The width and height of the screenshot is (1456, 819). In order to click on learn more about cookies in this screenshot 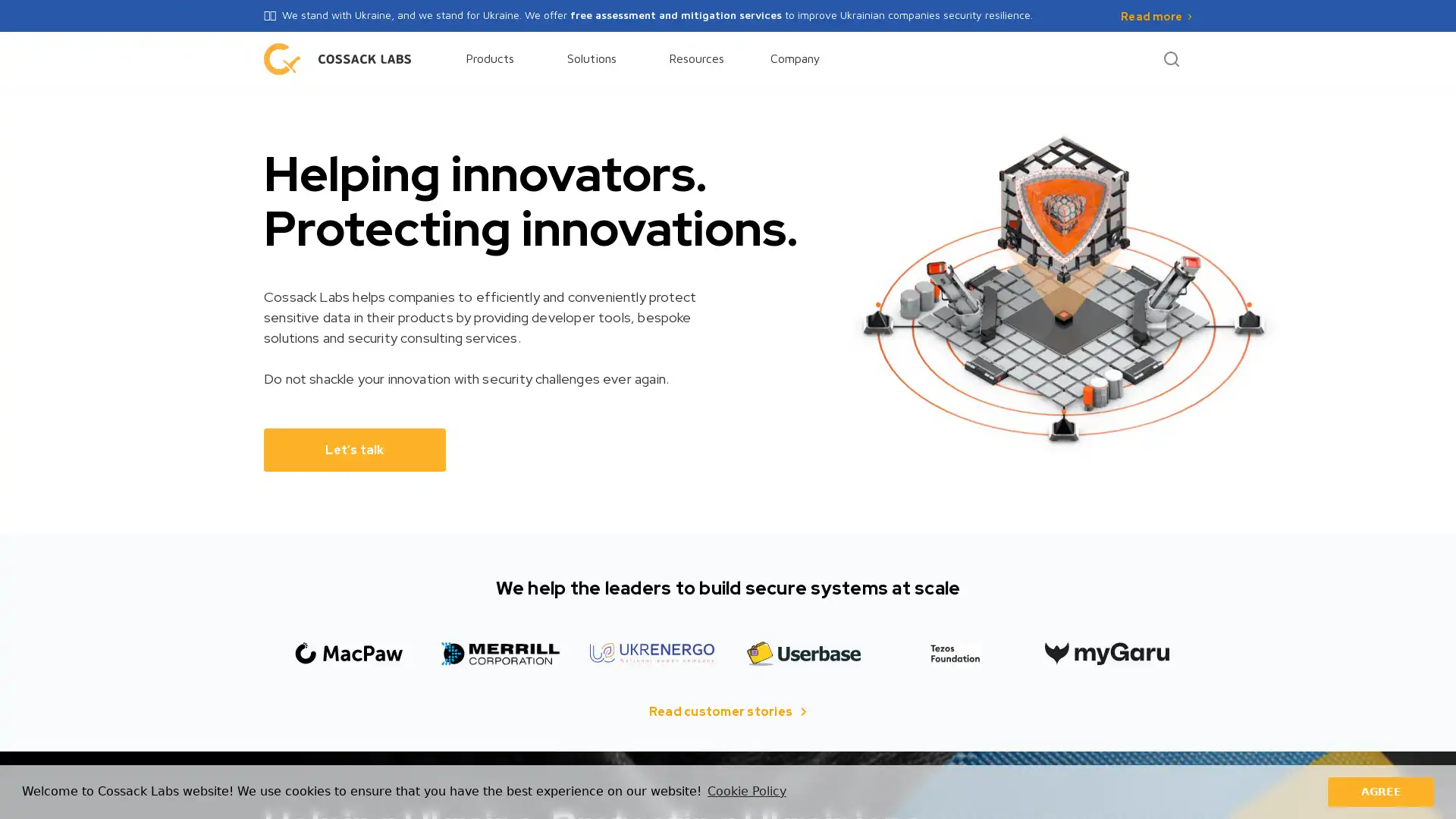, I will do `click(746, 791)`.